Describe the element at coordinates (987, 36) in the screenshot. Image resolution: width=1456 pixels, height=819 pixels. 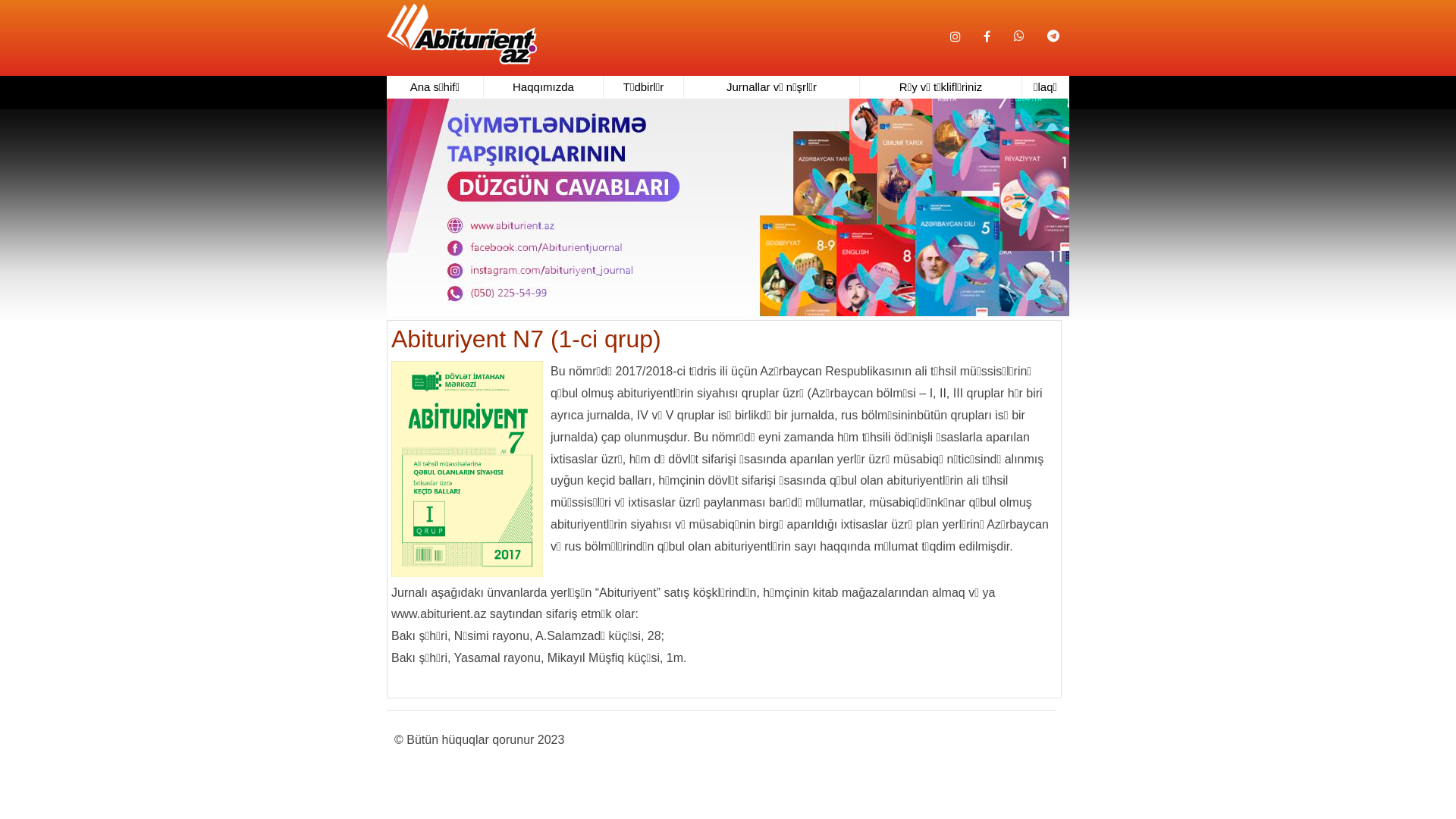
I see `'Facebook'` at that location.